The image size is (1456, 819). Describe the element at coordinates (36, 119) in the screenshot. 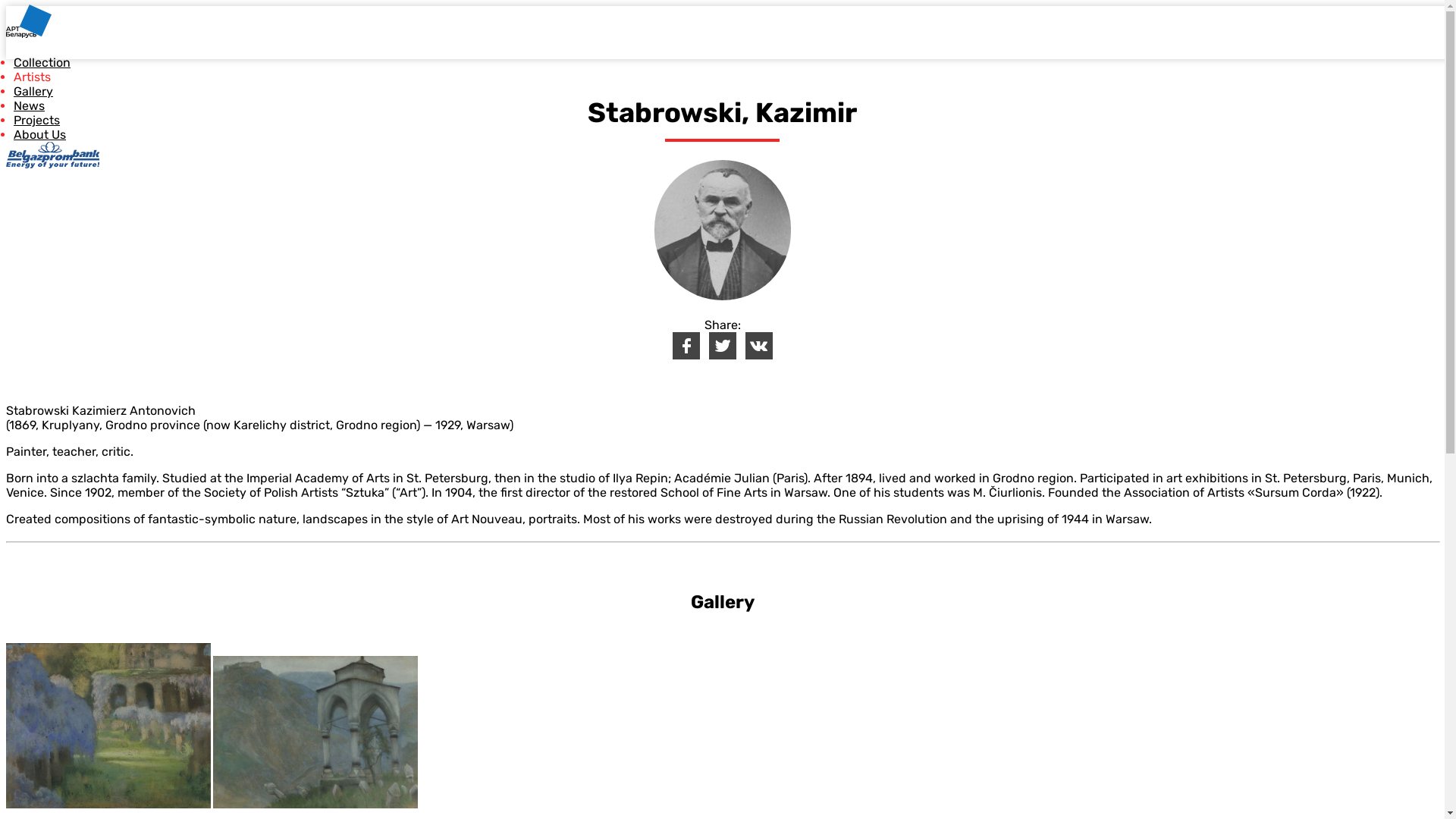

I see `'Projects'` at that location.